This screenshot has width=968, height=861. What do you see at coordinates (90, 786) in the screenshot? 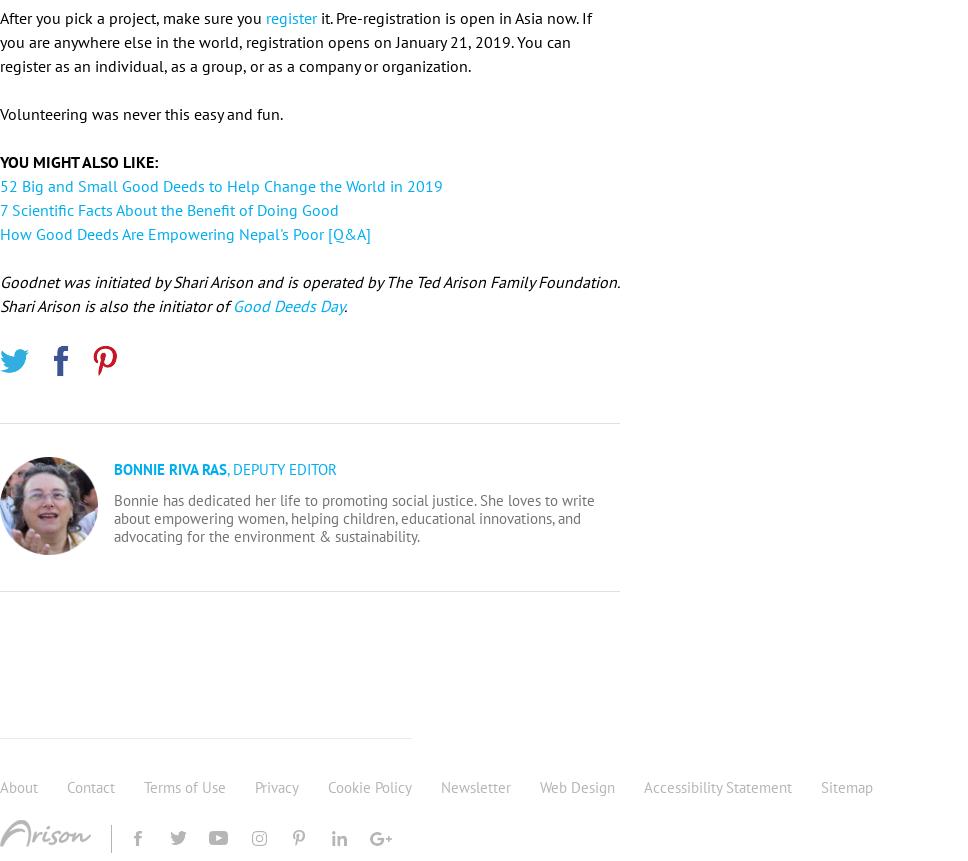
I see `'Contact'` at bounding box center [90, 786].